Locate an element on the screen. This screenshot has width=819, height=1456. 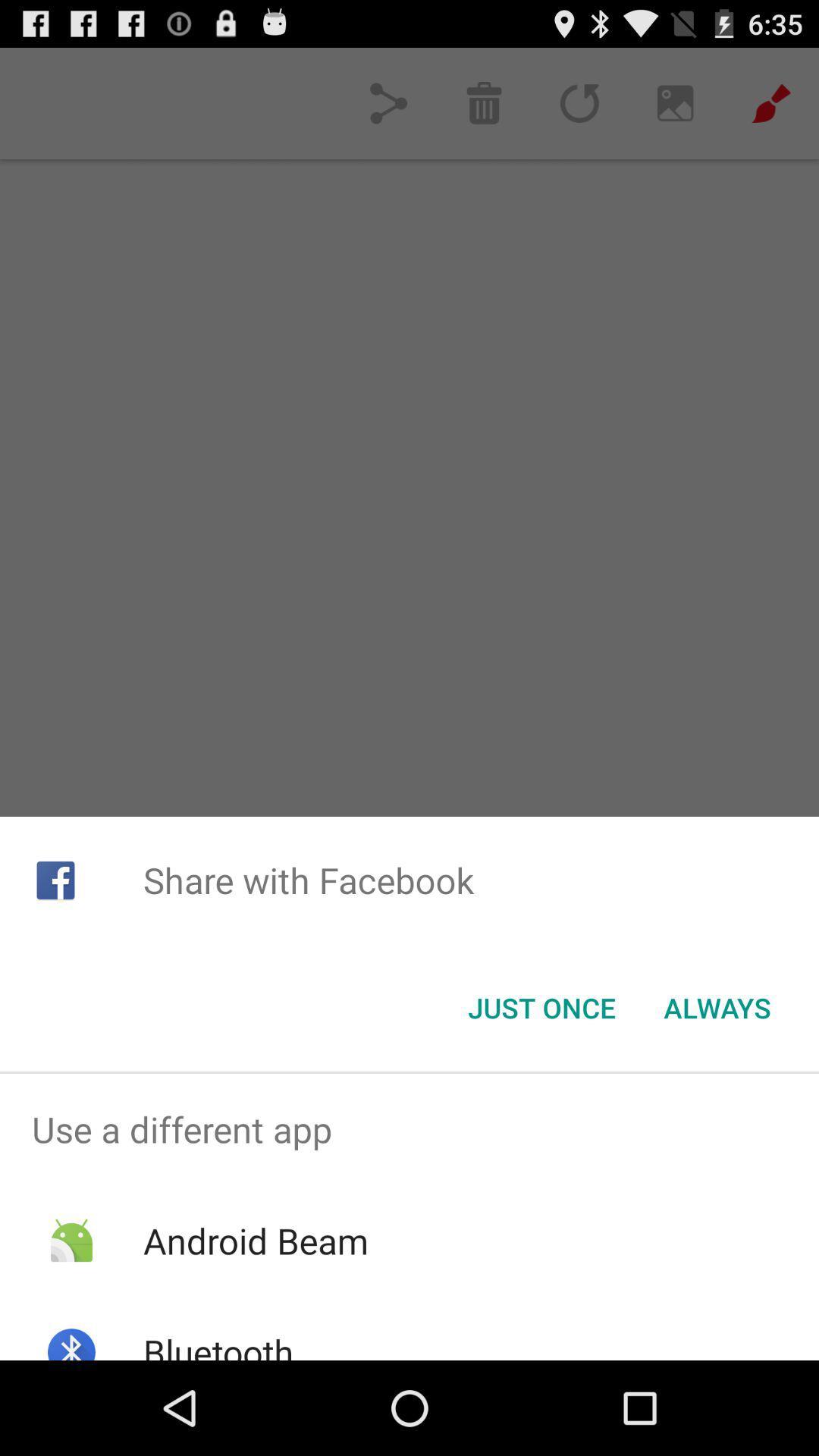
bluetooth app is located at coordinates (218, 1344).